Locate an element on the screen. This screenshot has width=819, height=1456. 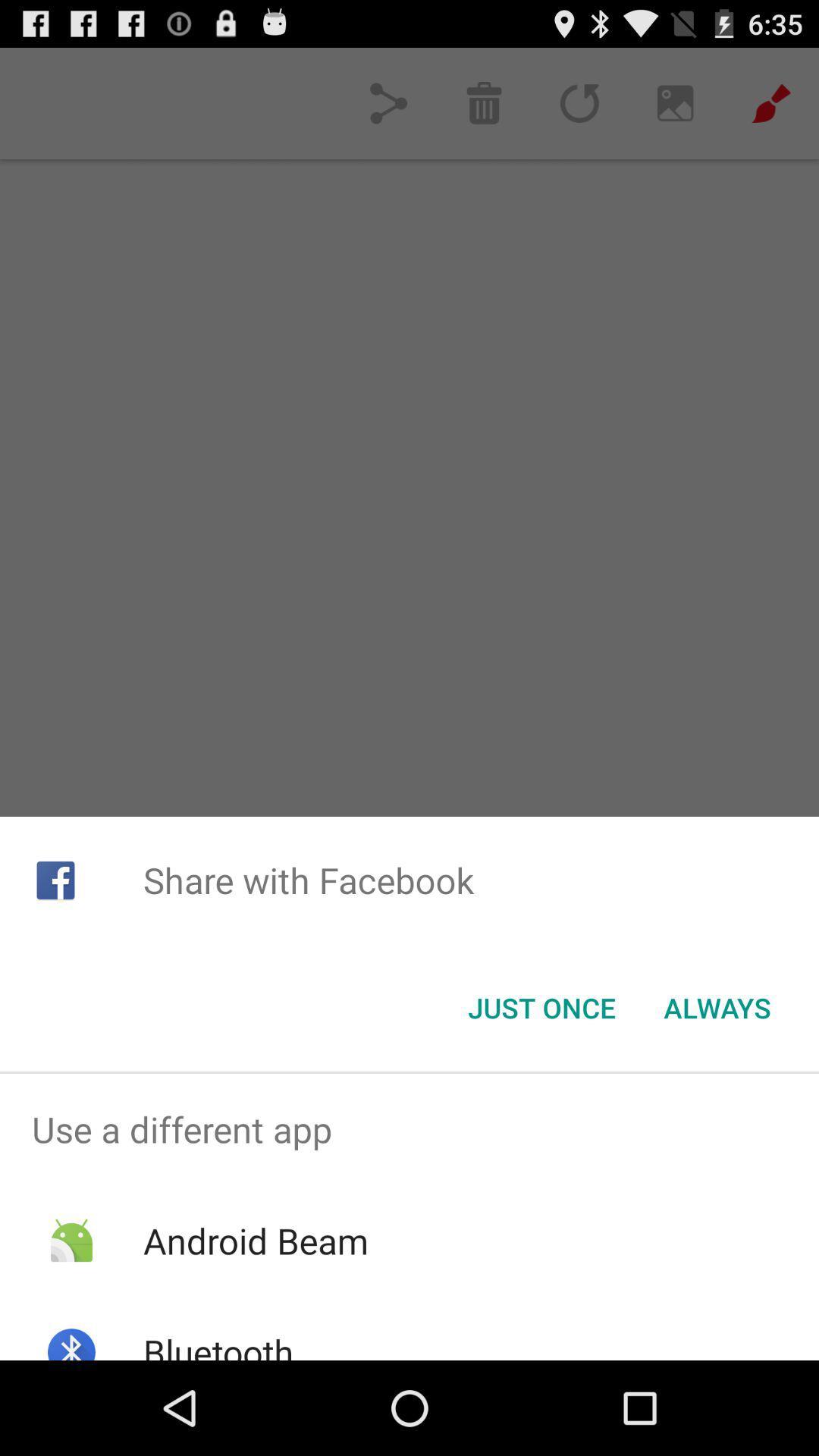
bluetooth app is located at coordinates (218, 1344).